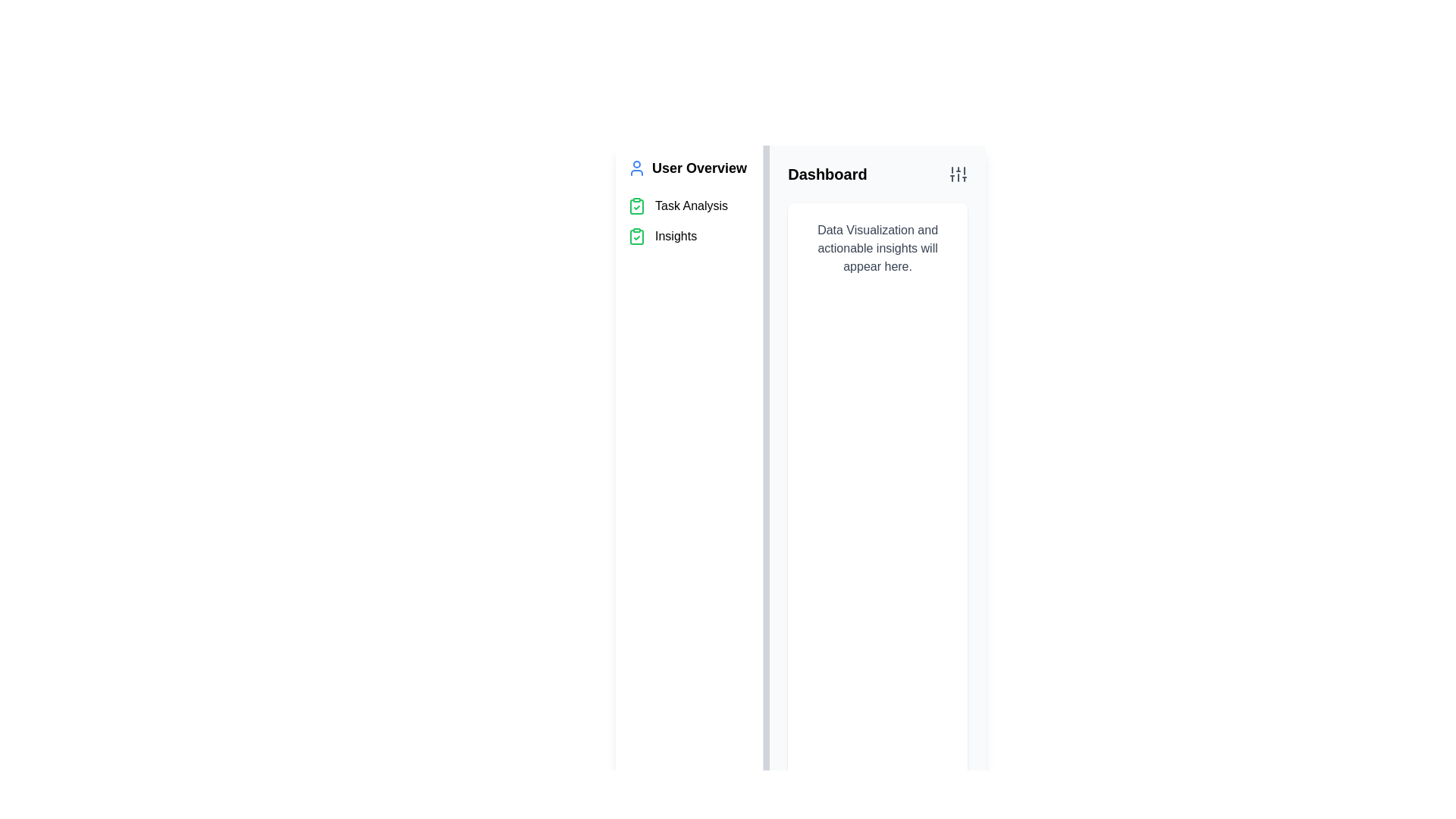  Describe the element at coordinates (689, 206) in the screenshot. I see `the 'Task Analysis' list item` at that location.